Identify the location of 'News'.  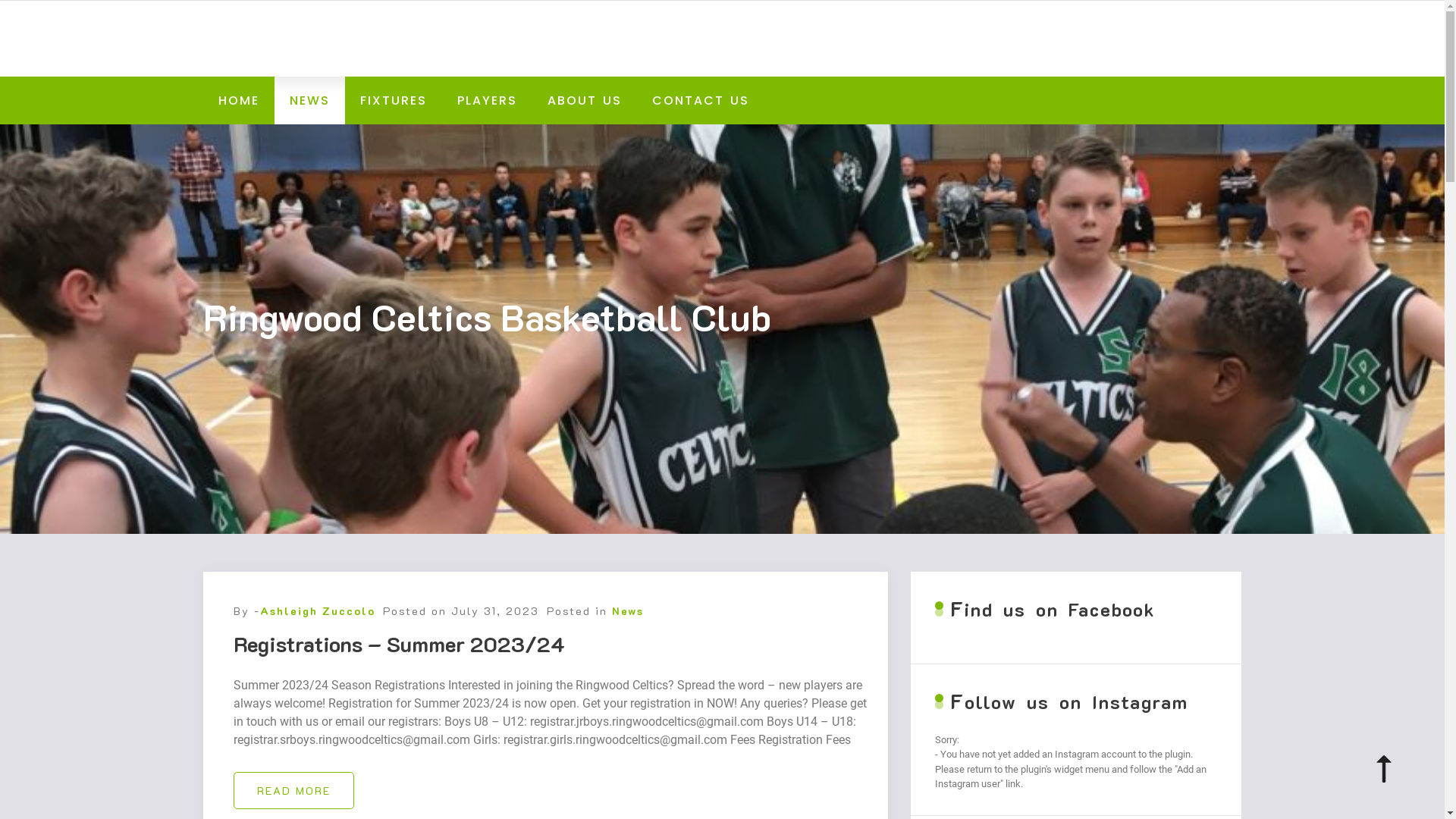
(626, 610).